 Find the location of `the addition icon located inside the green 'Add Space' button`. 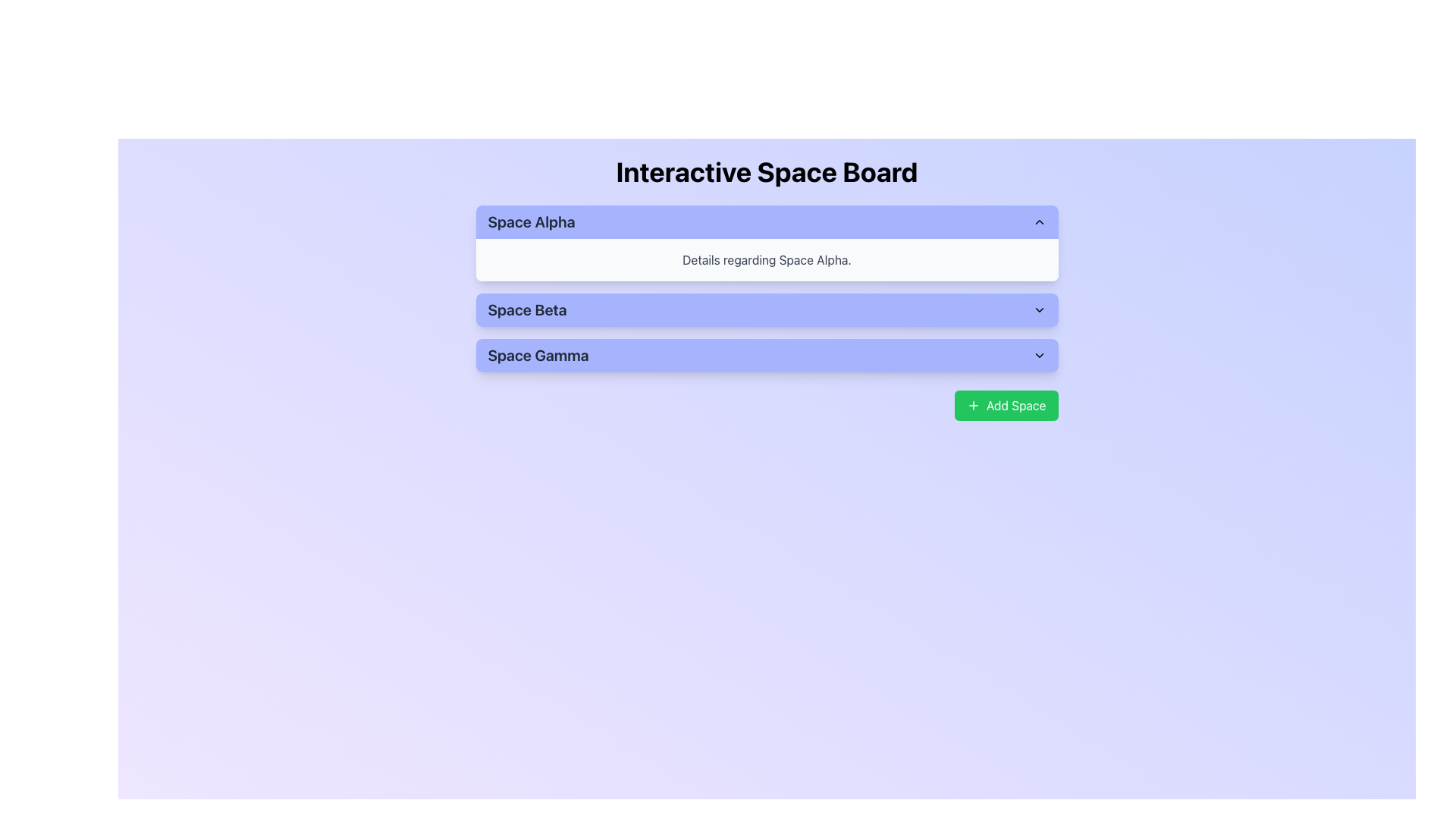

the addition icon located inside the green 'Add Space' button is located at coordinates (973, 405).